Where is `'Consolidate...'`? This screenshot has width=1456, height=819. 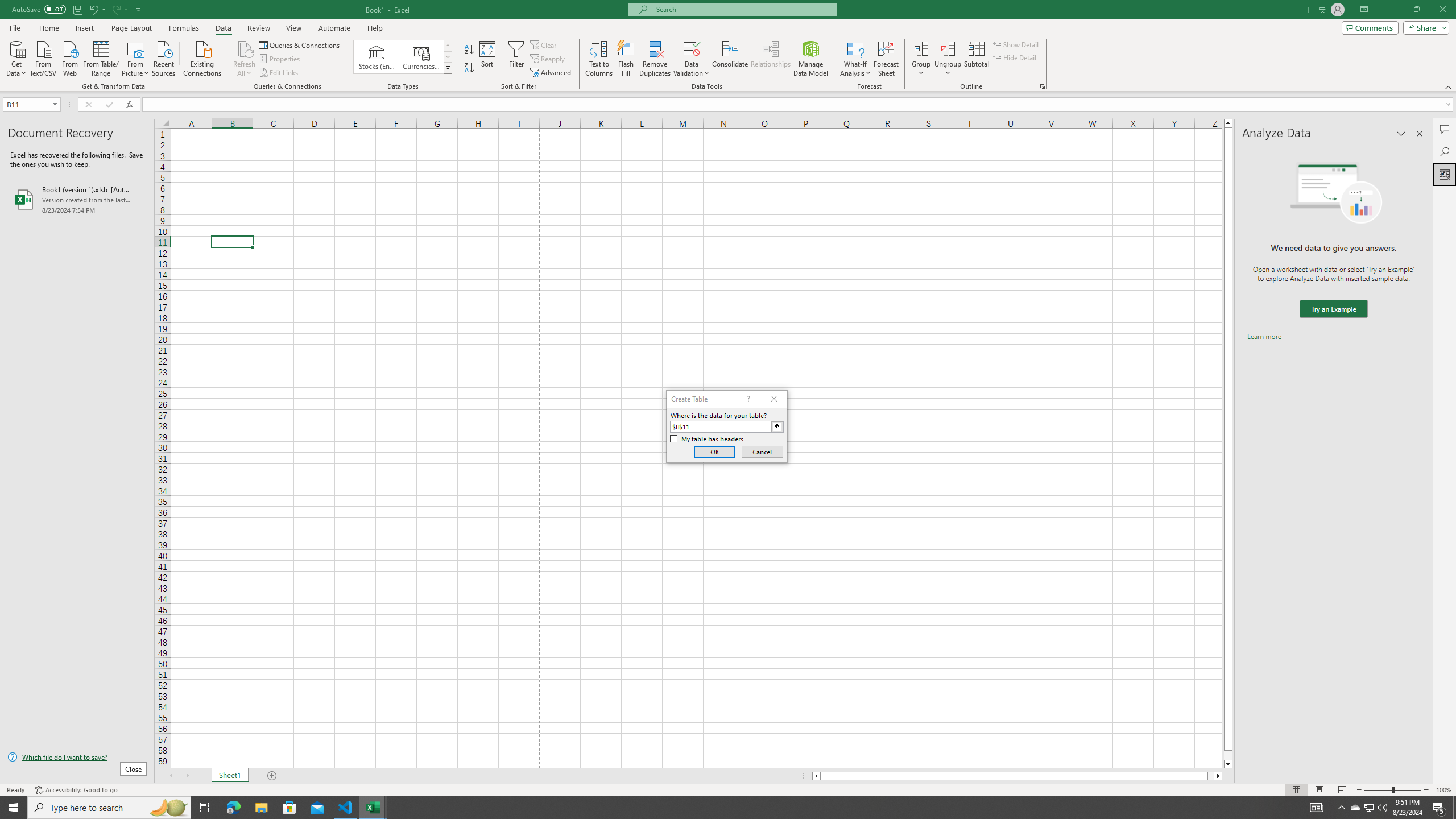 'Consolidate...' is located at coordinates (730, 59).